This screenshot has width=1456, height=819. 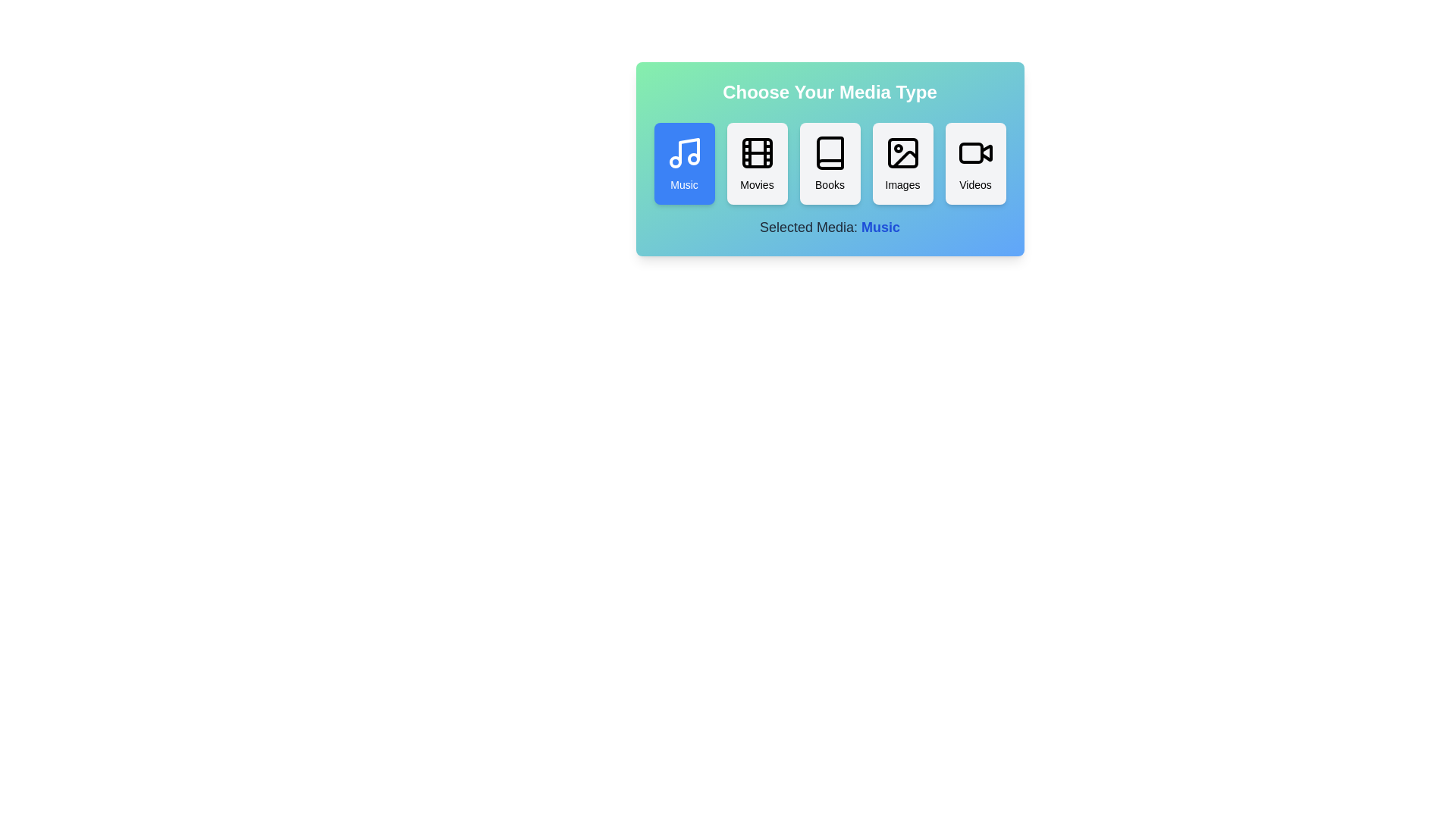 I want to click on the Images button to observe hover effects, so click(x=902, y=164).